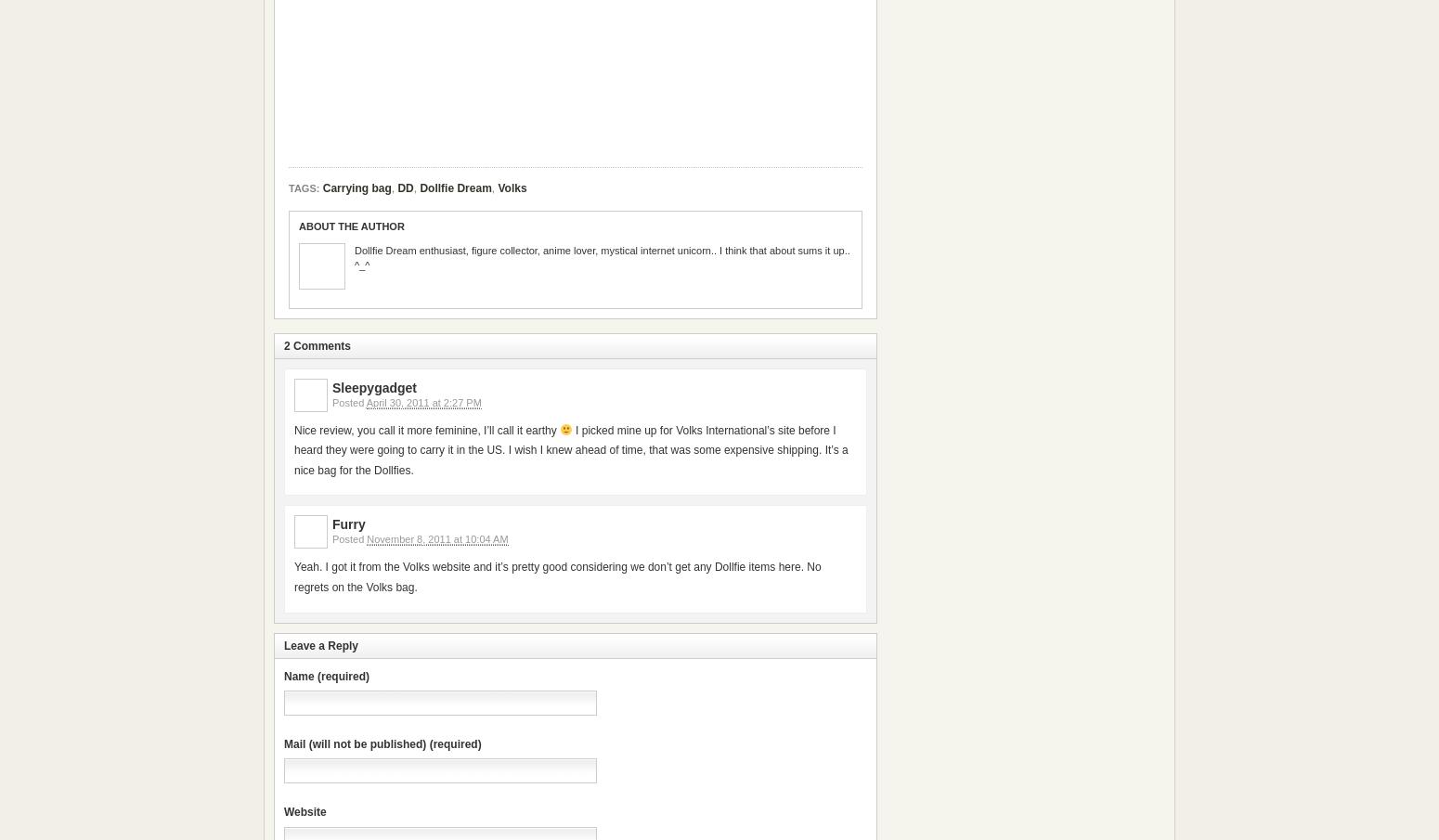 The image size is (1439, 840). I want to click on 'Sleepygadget', so click(374, 386).